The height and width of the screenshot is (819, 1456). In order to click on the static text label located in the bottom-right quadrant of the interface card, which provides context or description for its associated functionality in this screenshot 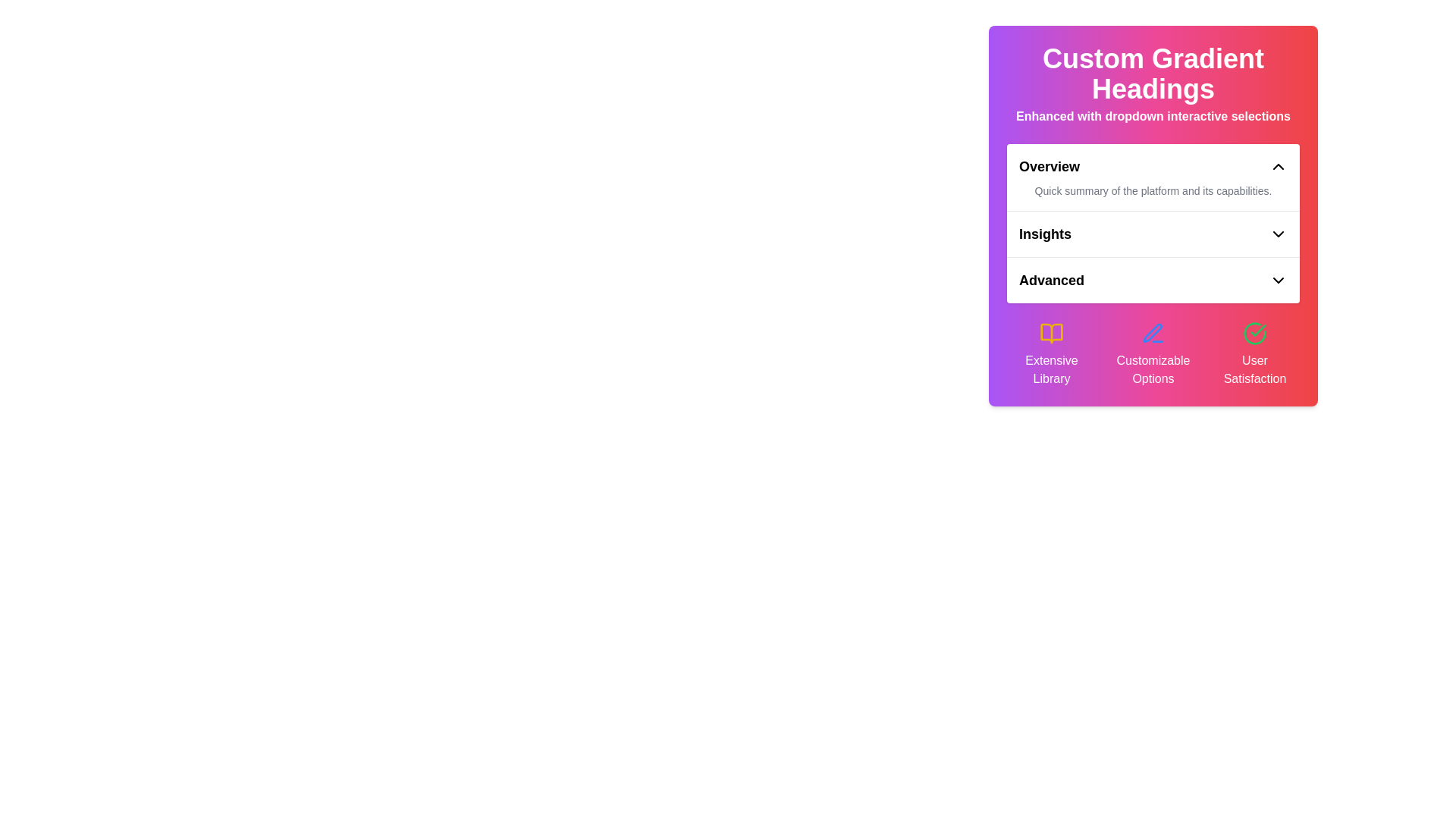, I will do `click(1153, 370)`.